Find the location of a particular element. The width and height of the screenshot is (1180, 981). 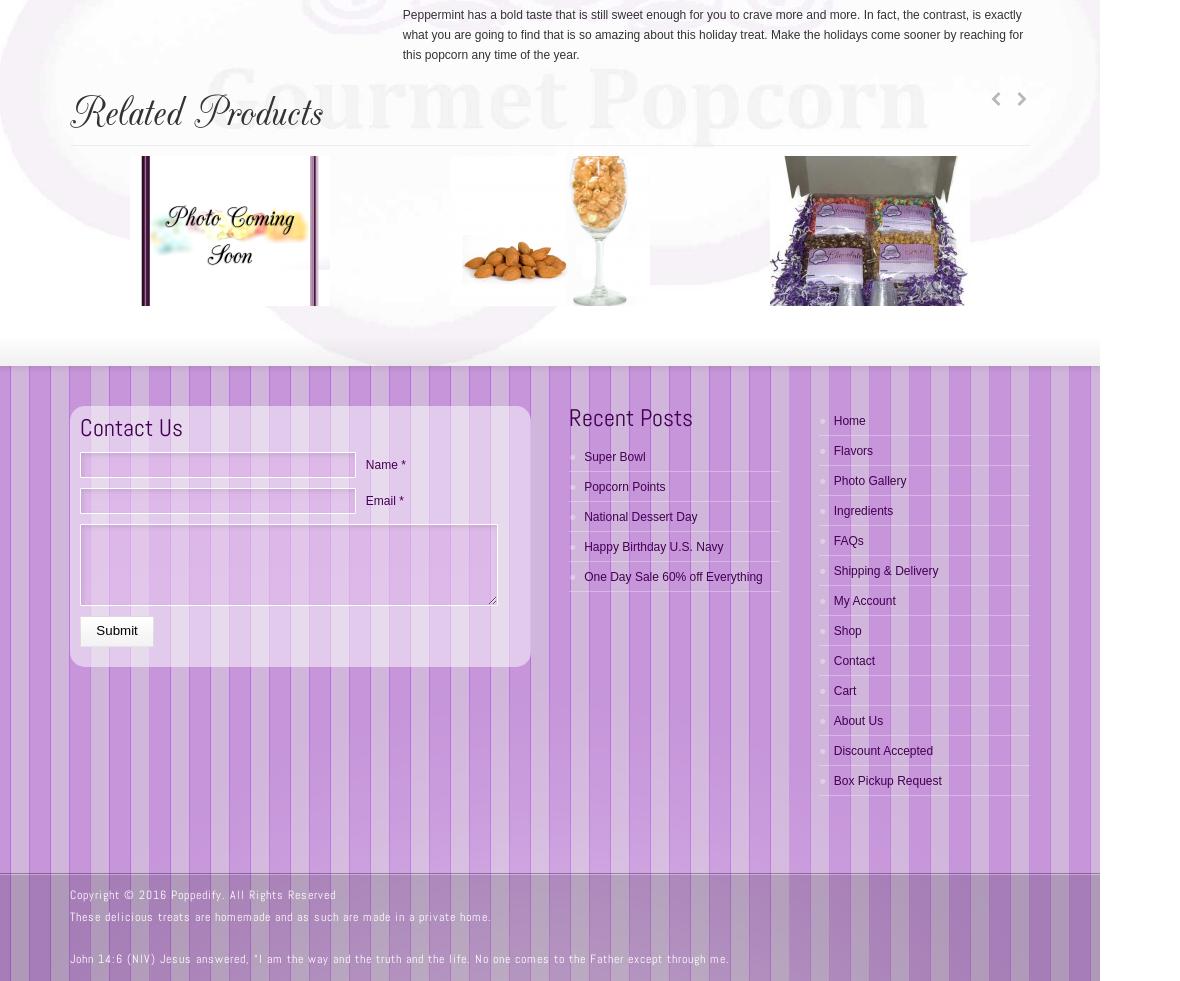

'These delicious treats are homemade and as such are made in a private home.' is located at coordinates (280, 917).